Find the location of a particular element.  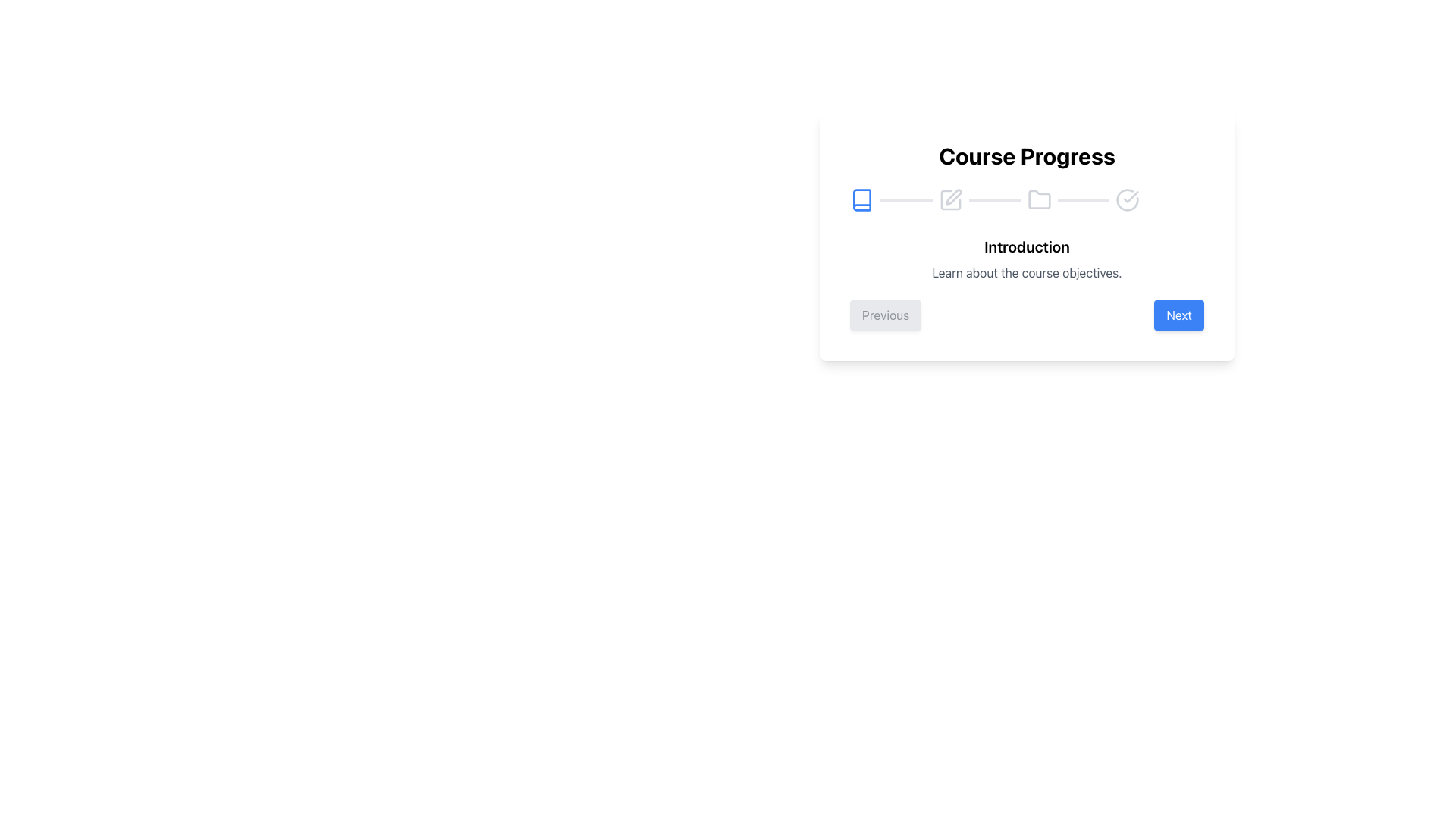

the progress bar with icons representing various stages or tasks, located in the 'Course Progress' card below the title text is located at coordinates (1027, 199).